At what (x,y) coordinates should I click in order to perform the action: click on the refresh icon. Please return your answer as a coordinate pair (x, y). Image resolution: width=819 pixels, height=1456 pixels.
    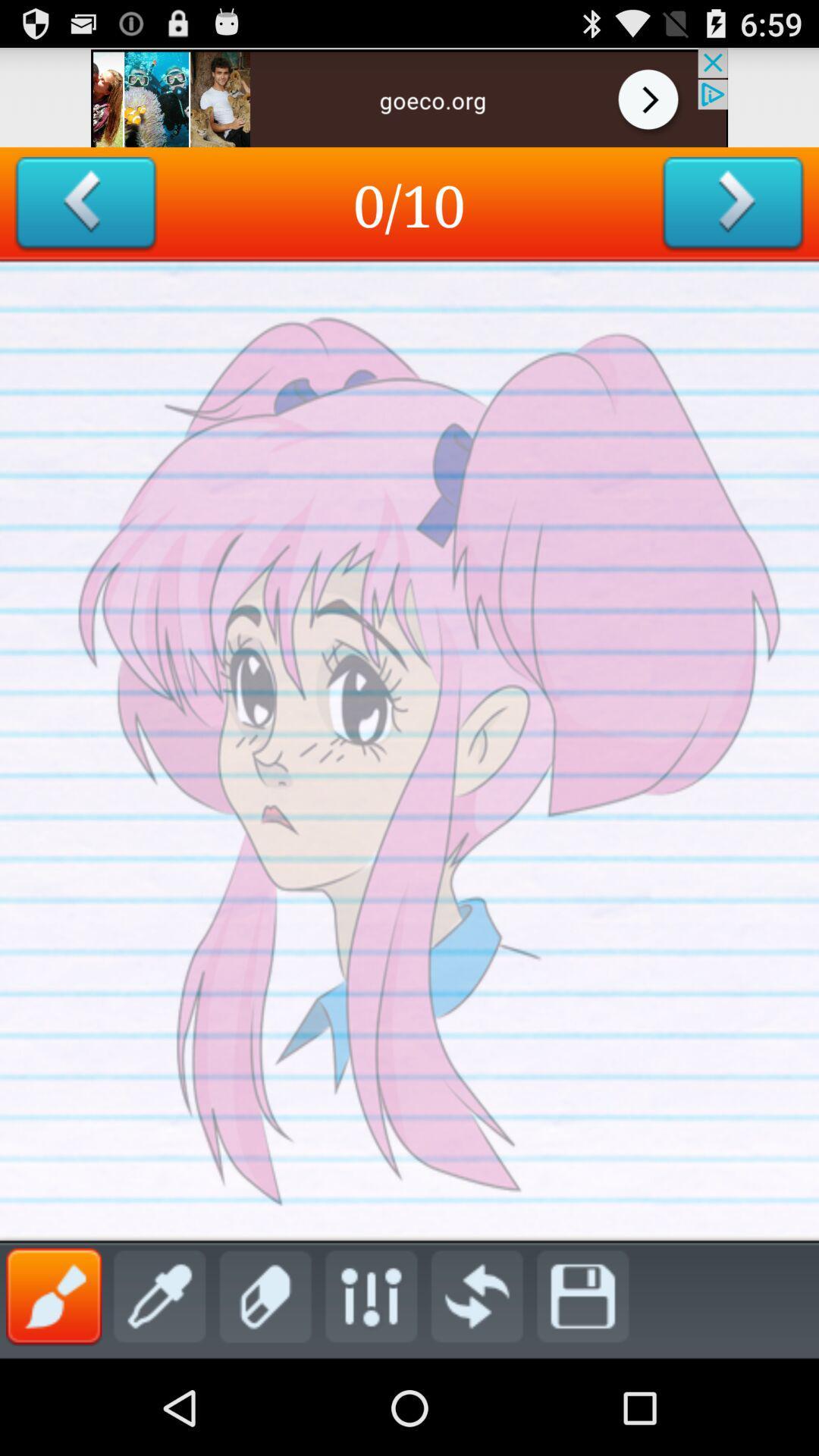
    Looking at the image, I should click on (476, 1388).